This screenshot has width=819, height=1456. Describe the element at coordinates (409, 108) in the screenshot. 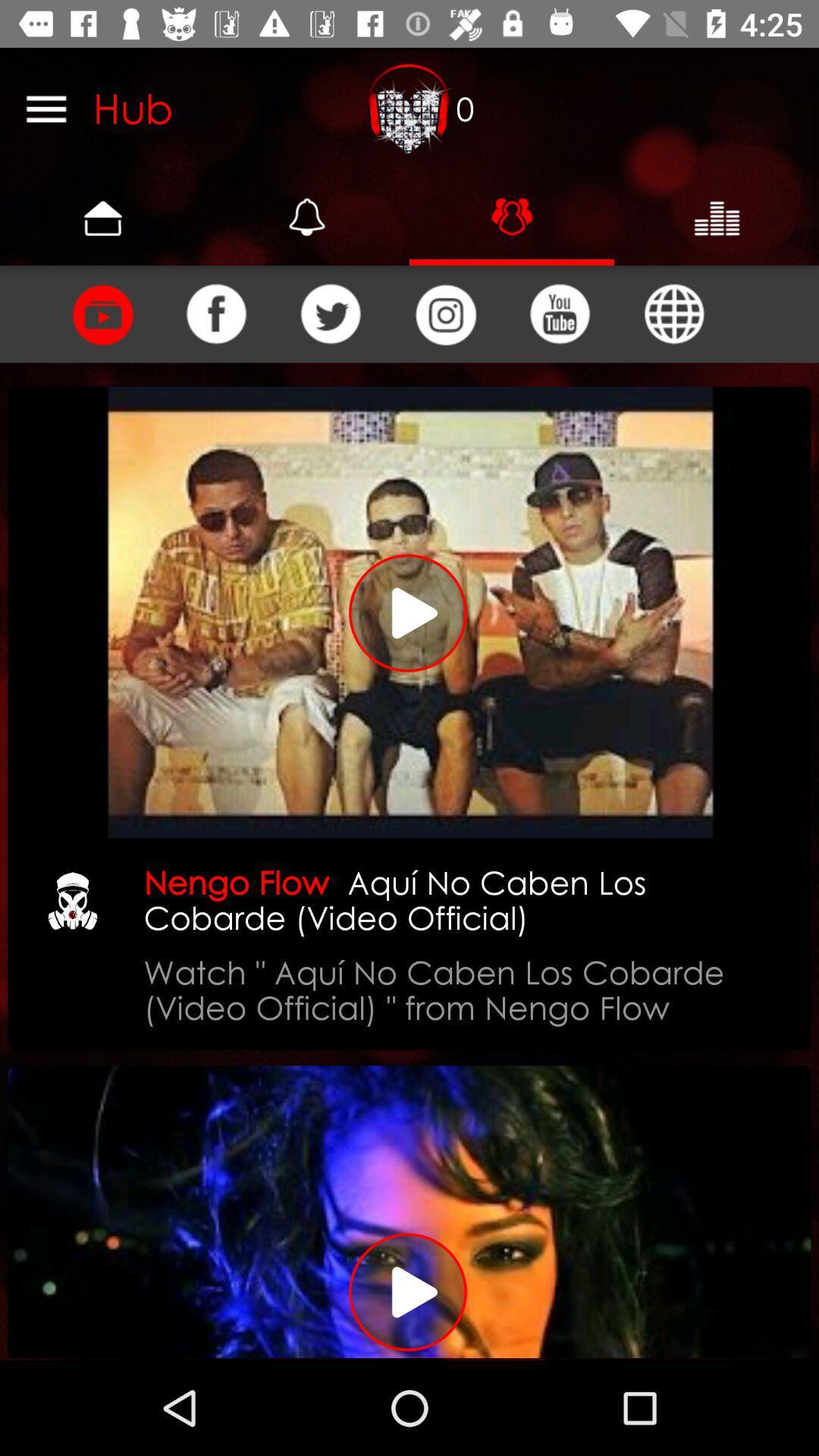

I see `item to the left of 0` at that location.